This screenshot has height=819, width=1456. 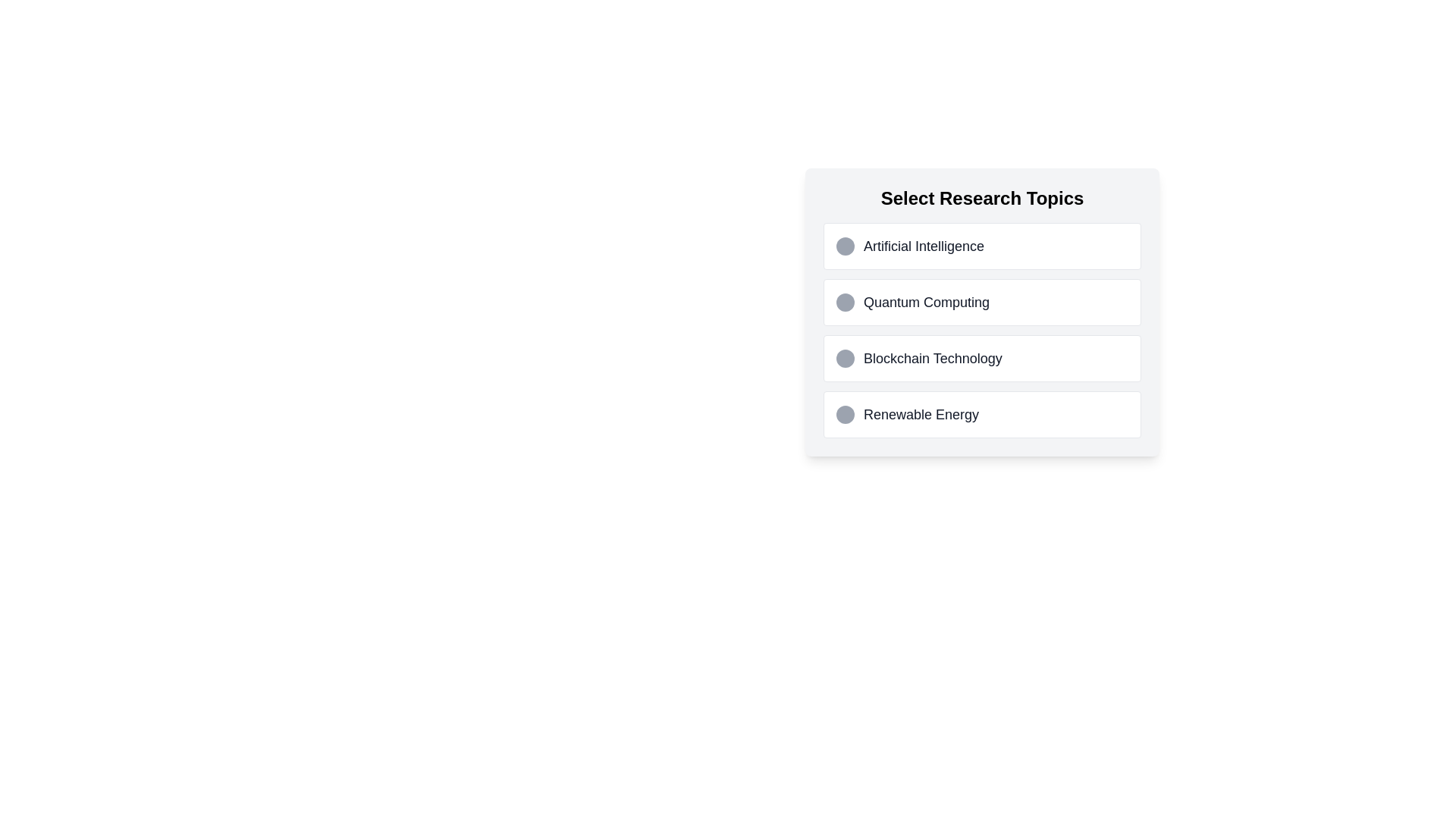 I want to click on the text label displaying 'Artificial Intelligence', which is part of the 'Select Research Topics' section and is styled with gray text color, so click(x=923, y=245).